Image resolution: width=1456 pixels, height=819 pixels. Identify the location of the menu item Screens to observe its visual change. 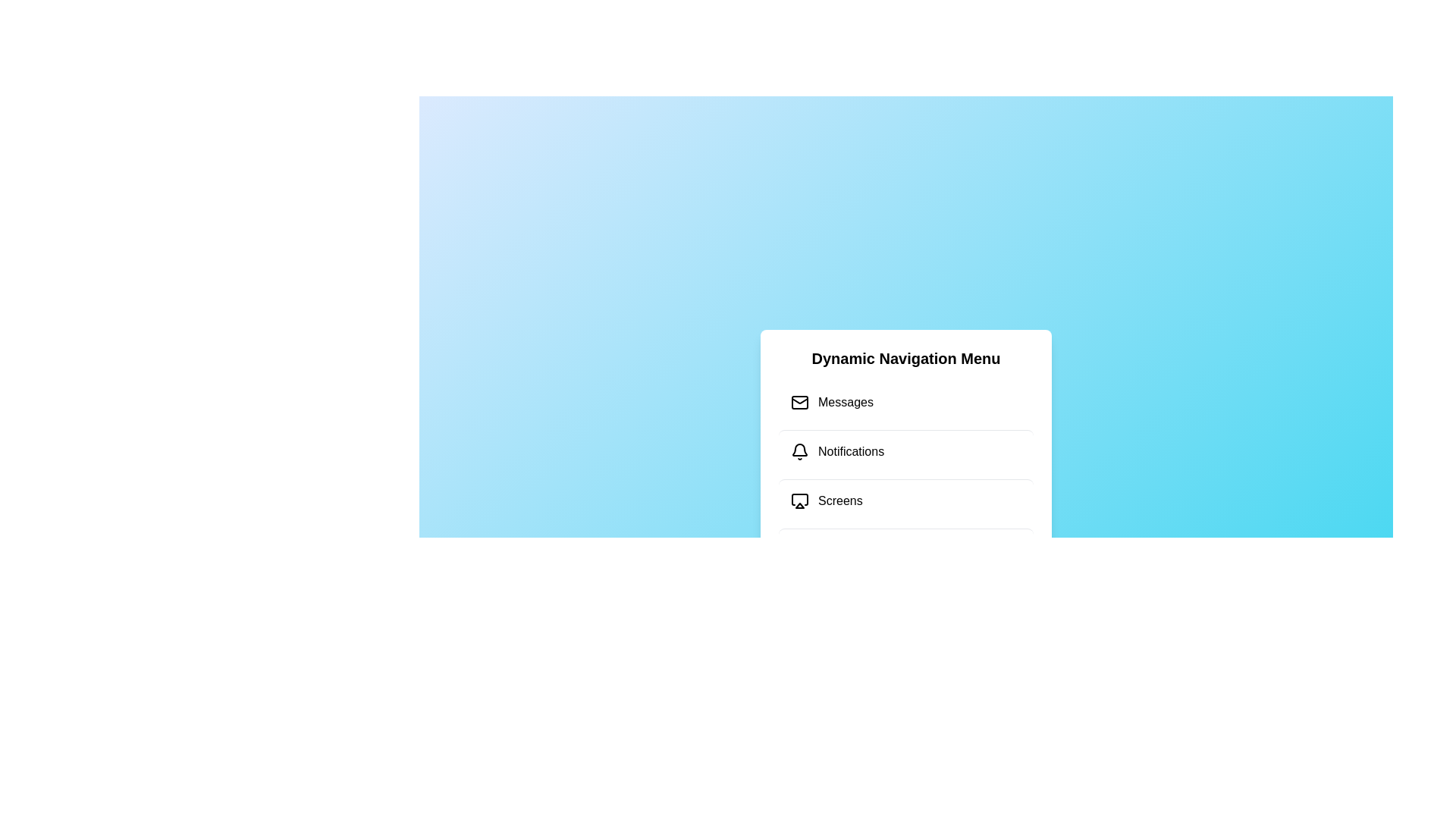
(906, 500).